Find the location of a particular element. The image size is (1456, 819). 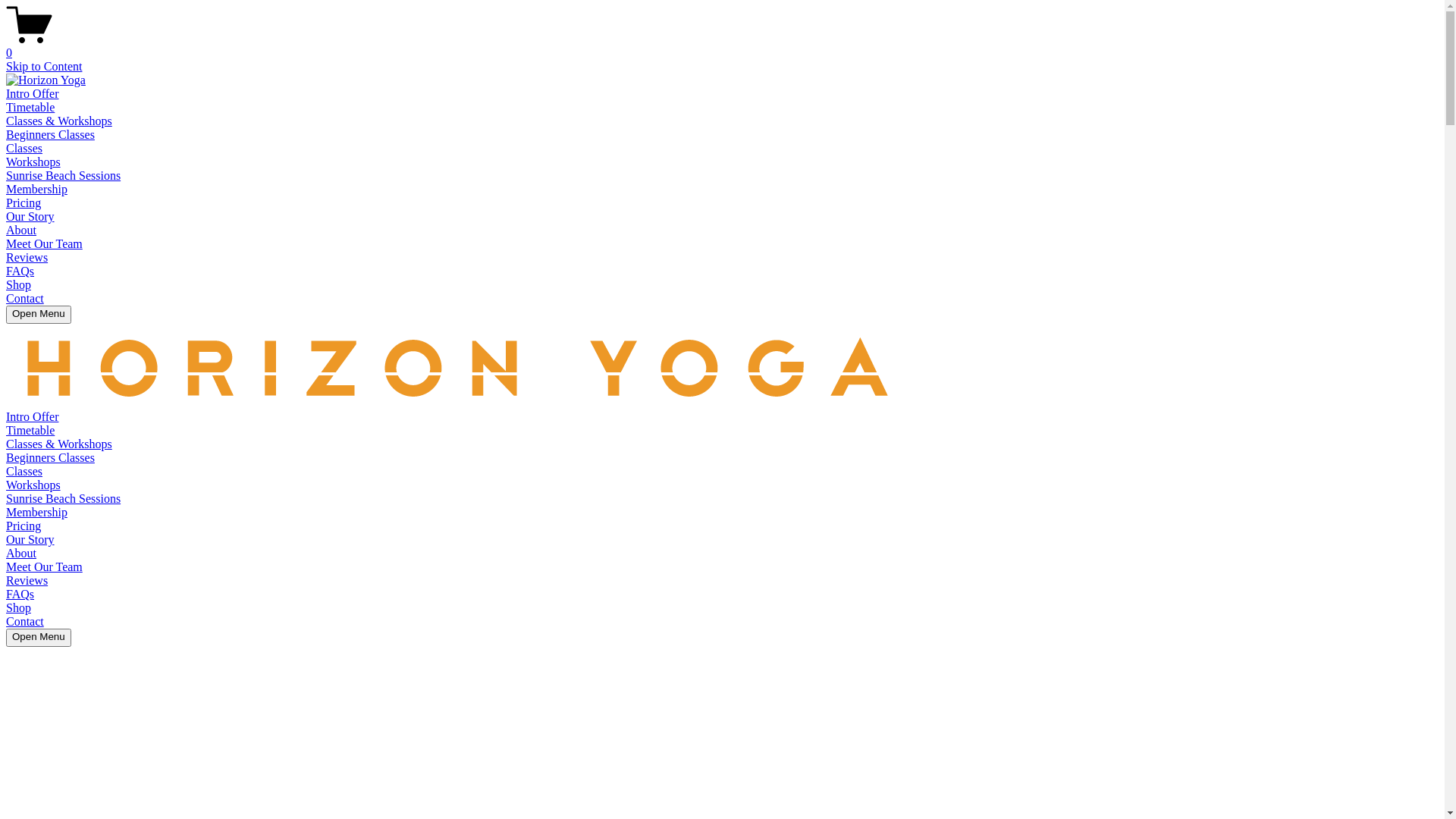

'Sunrise Beach Sessions' is located at coordinates (62, 498).